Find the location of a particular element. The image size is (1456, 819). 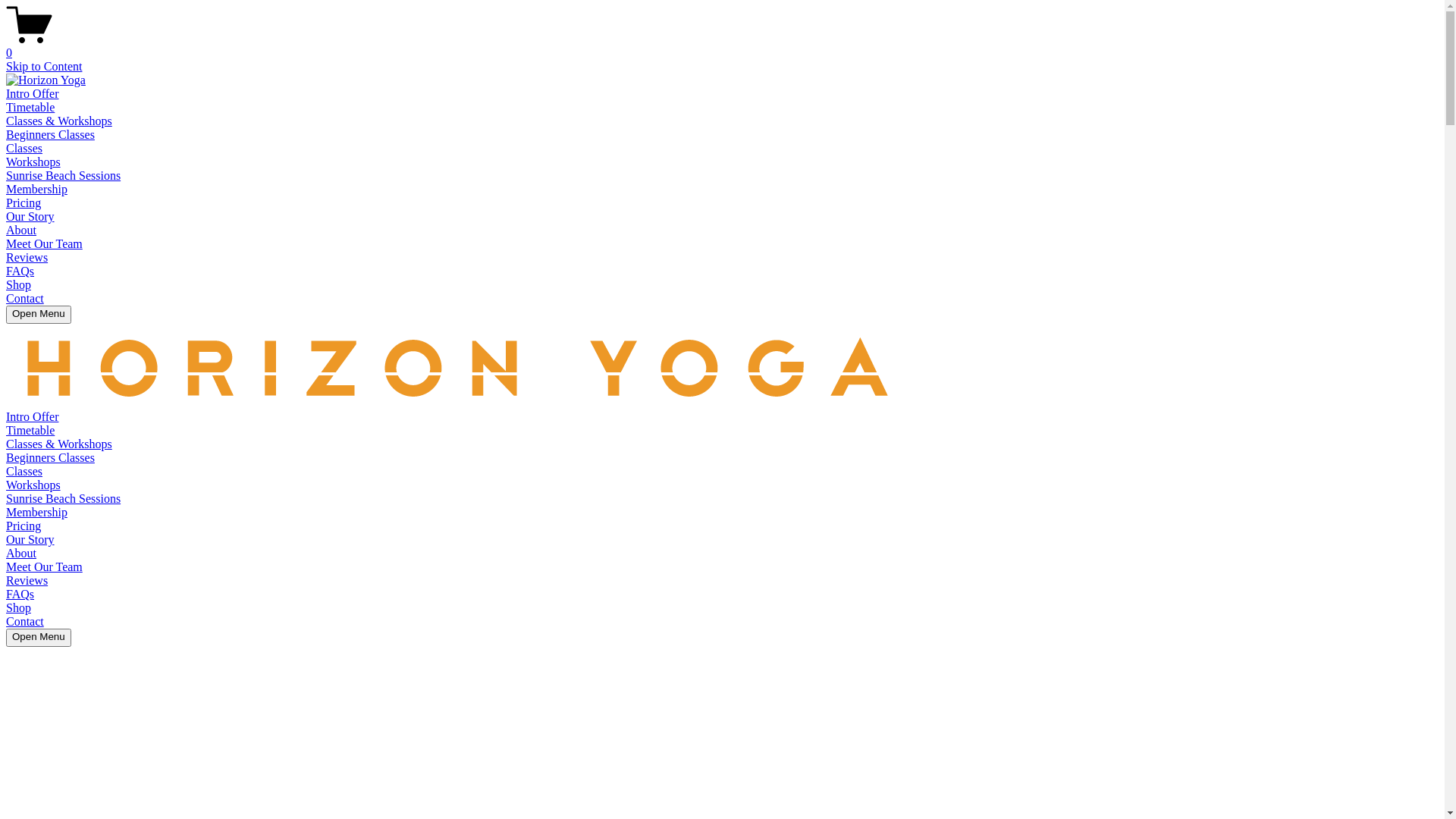

'Sunrise Beach Sessions' is located at coordinates (62, 498).